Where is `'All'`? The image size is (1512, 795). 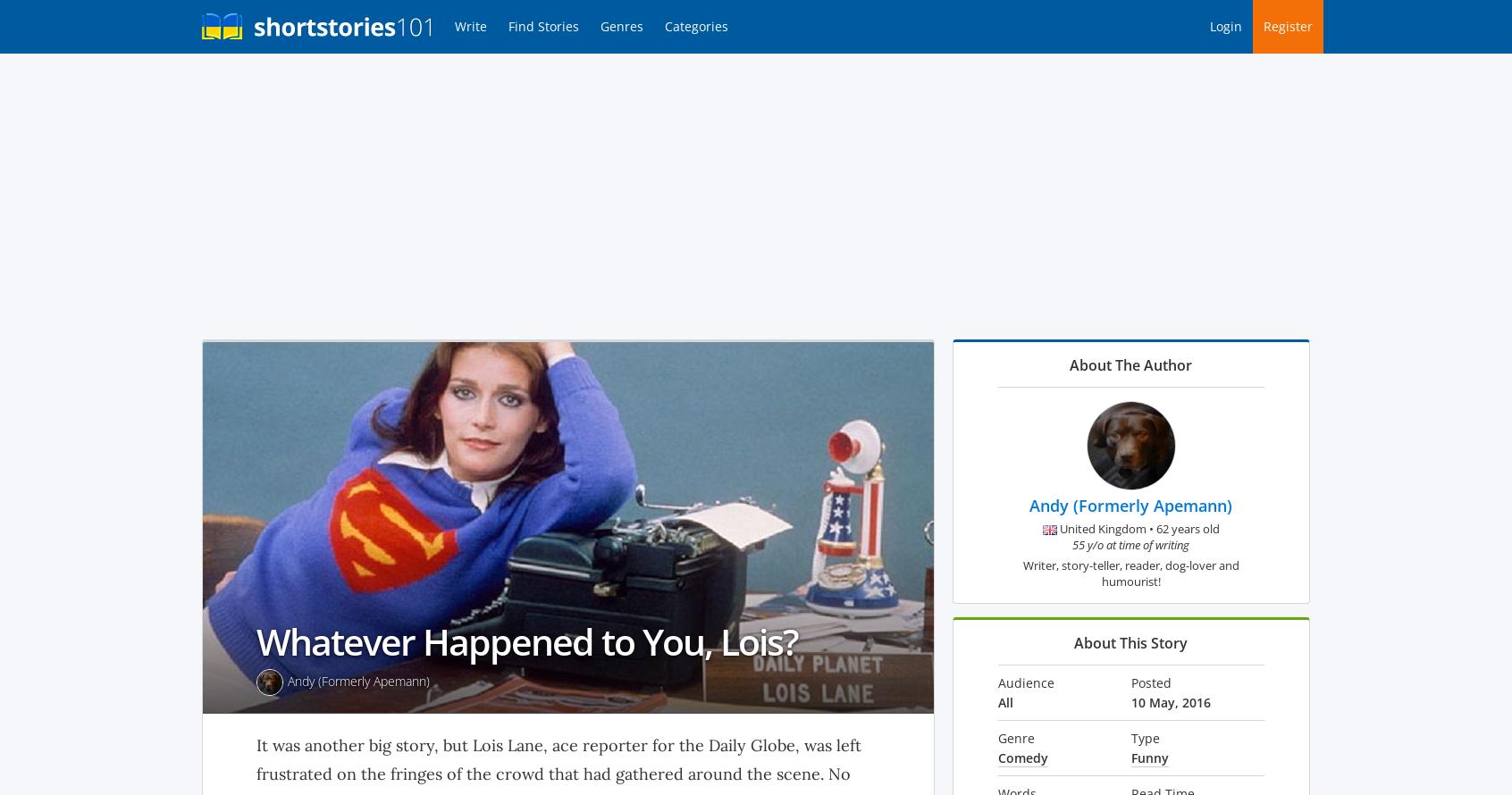
'All' is located at coordinates (1004, 702).